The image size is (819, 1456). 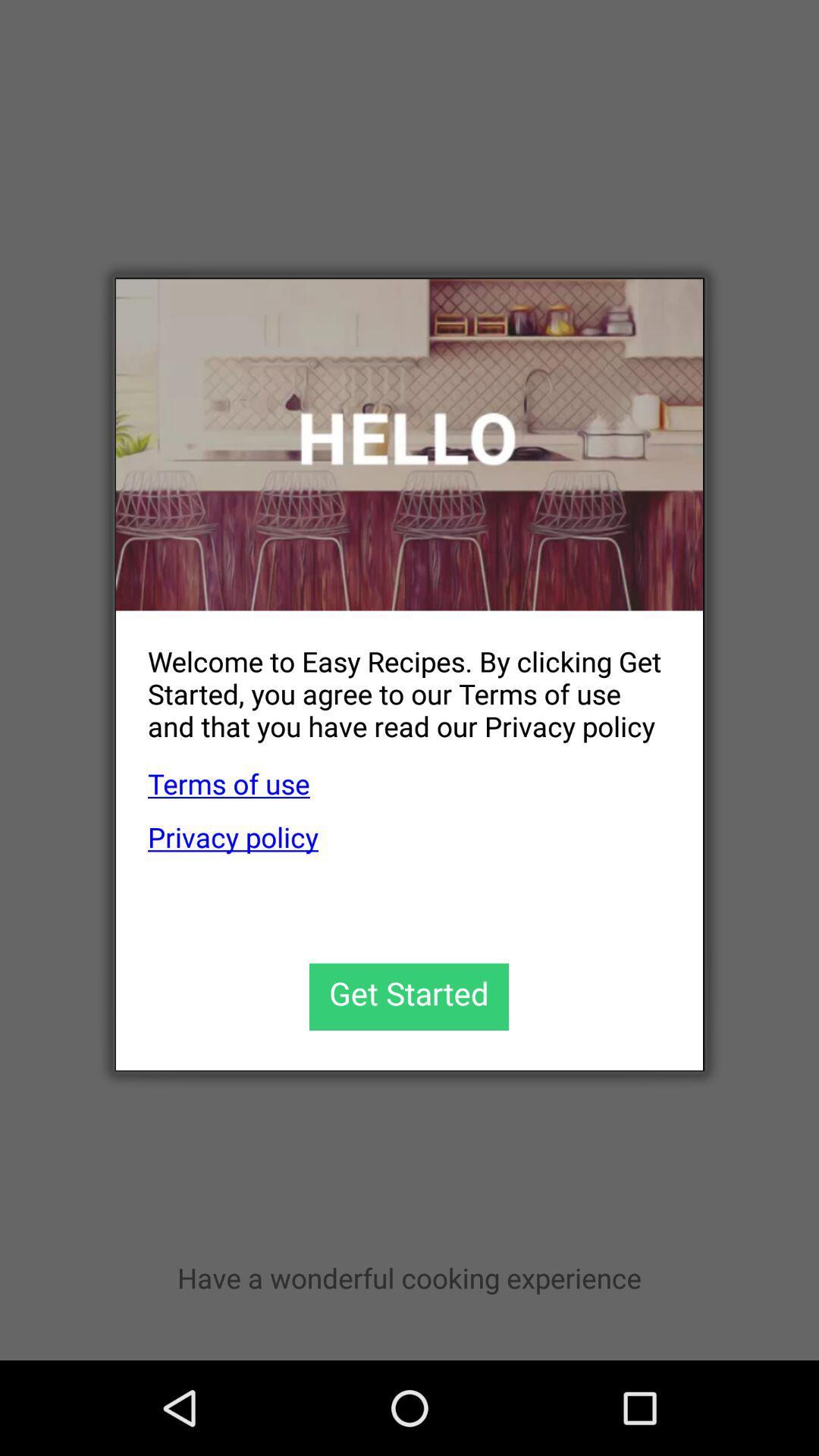 I want to click on get started, so click(x=408, y=996).